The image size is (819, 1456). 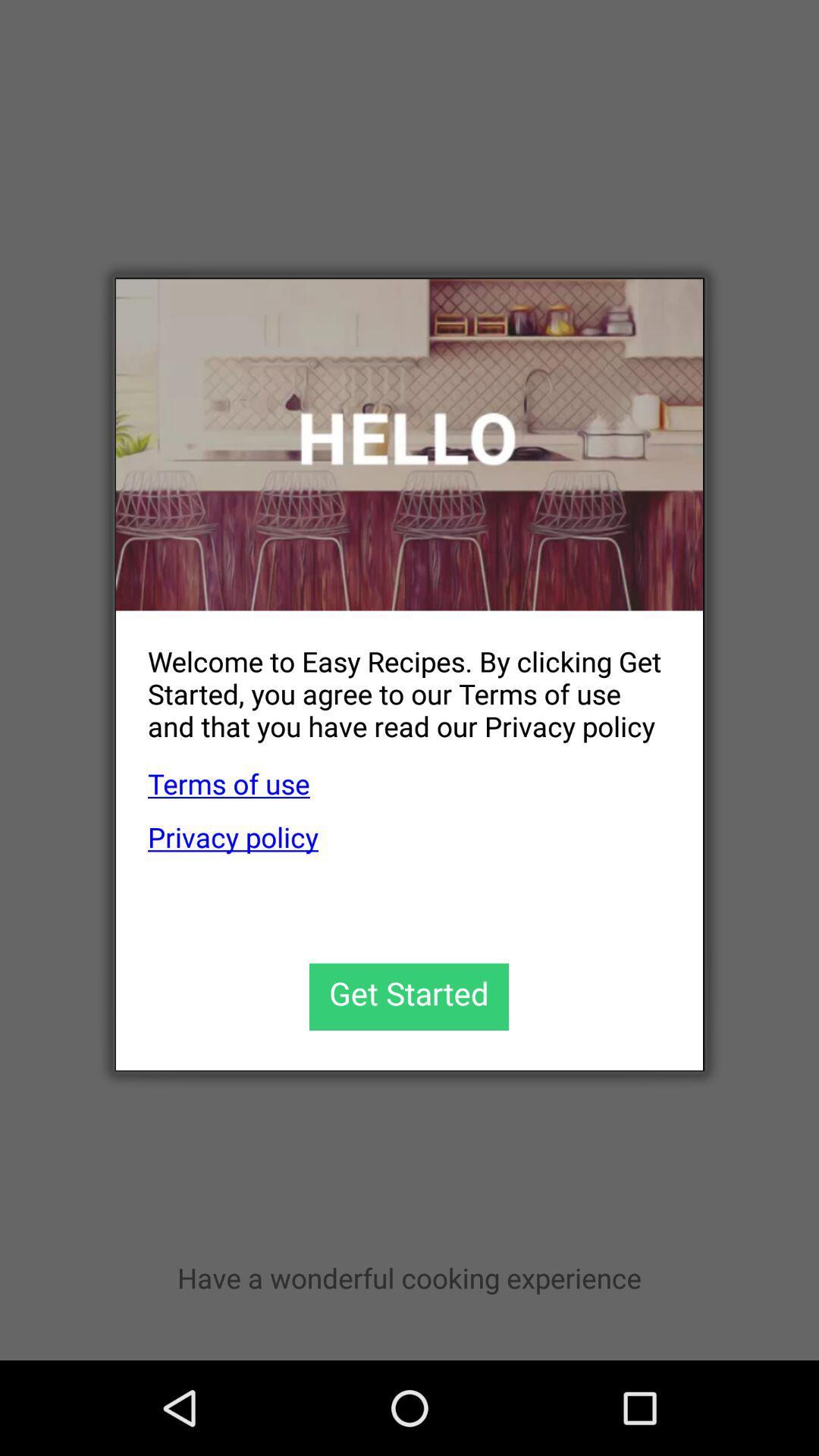 I want to click on get started, so click(x=408, y=996).